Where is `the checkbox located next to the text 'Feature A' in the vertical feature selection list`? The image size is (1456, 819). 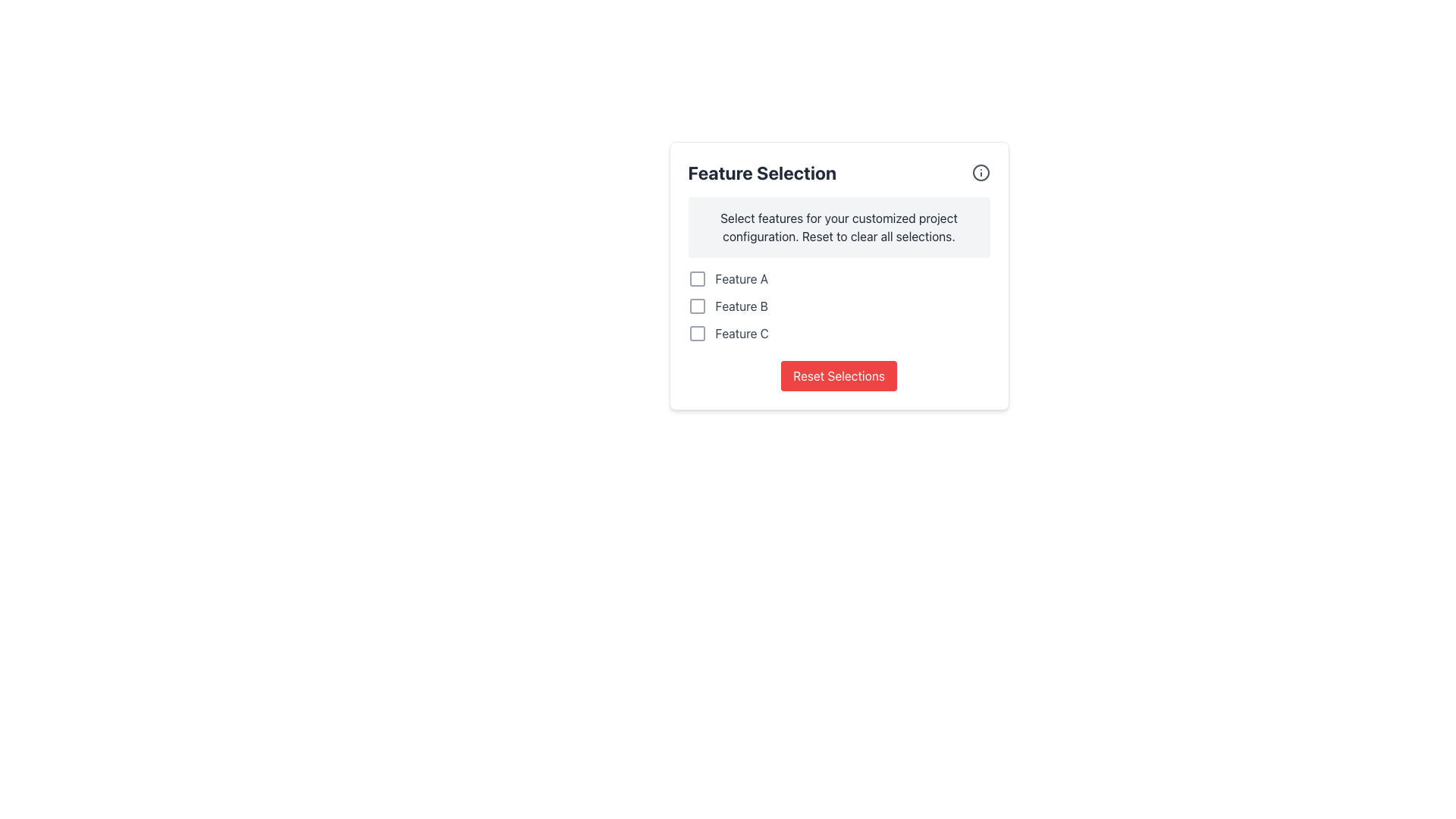 the checkbox located next to the text 'Feature A' in the vertical feature selection list is located at coordinates (696, 278).